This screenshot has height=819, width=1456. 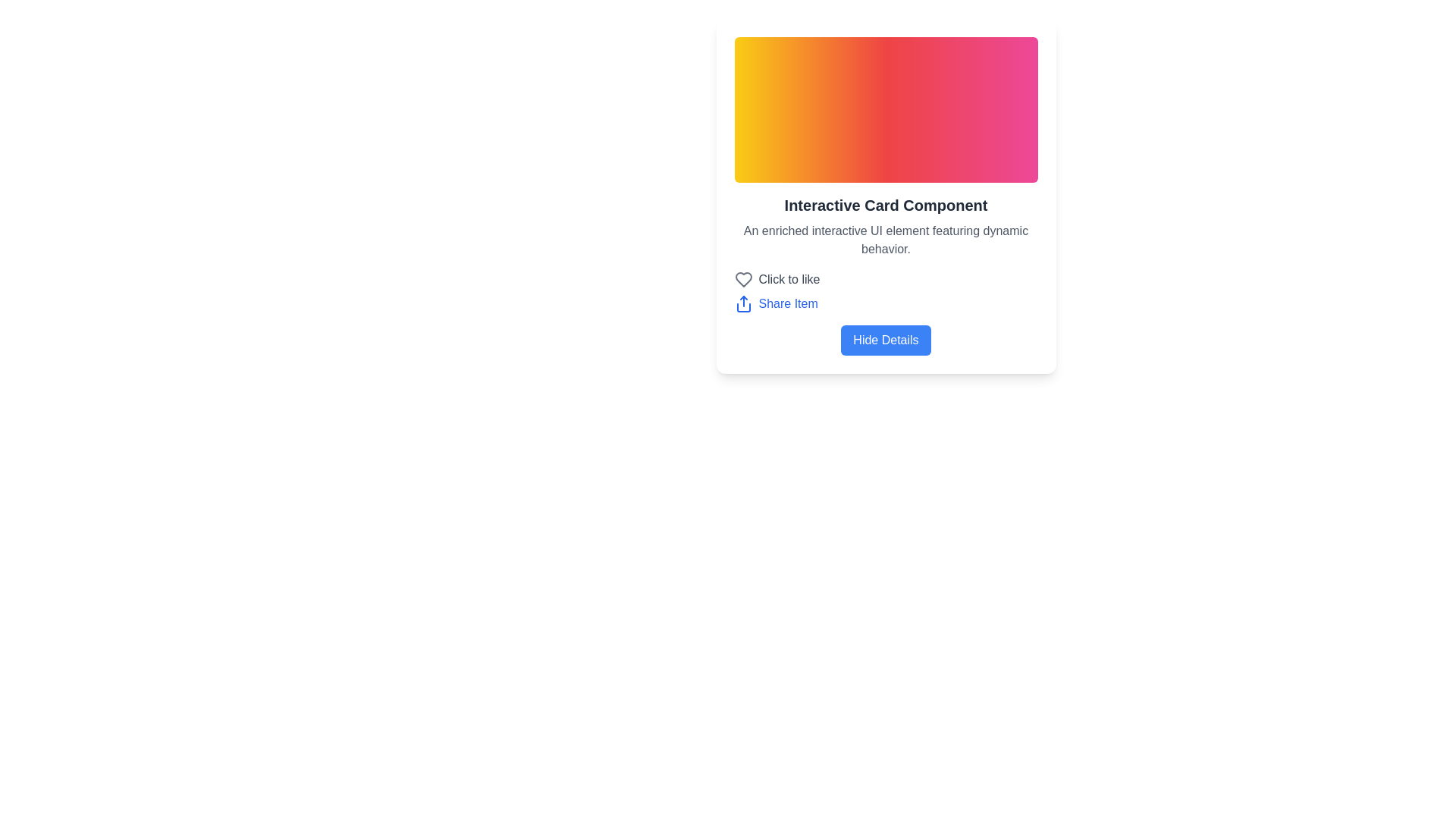 I want to click on the 'Share' SVG interactive icon located to the immediate left of the 'Share Item' label at the bottom section of the card layout component, so click(x=743, y=304).